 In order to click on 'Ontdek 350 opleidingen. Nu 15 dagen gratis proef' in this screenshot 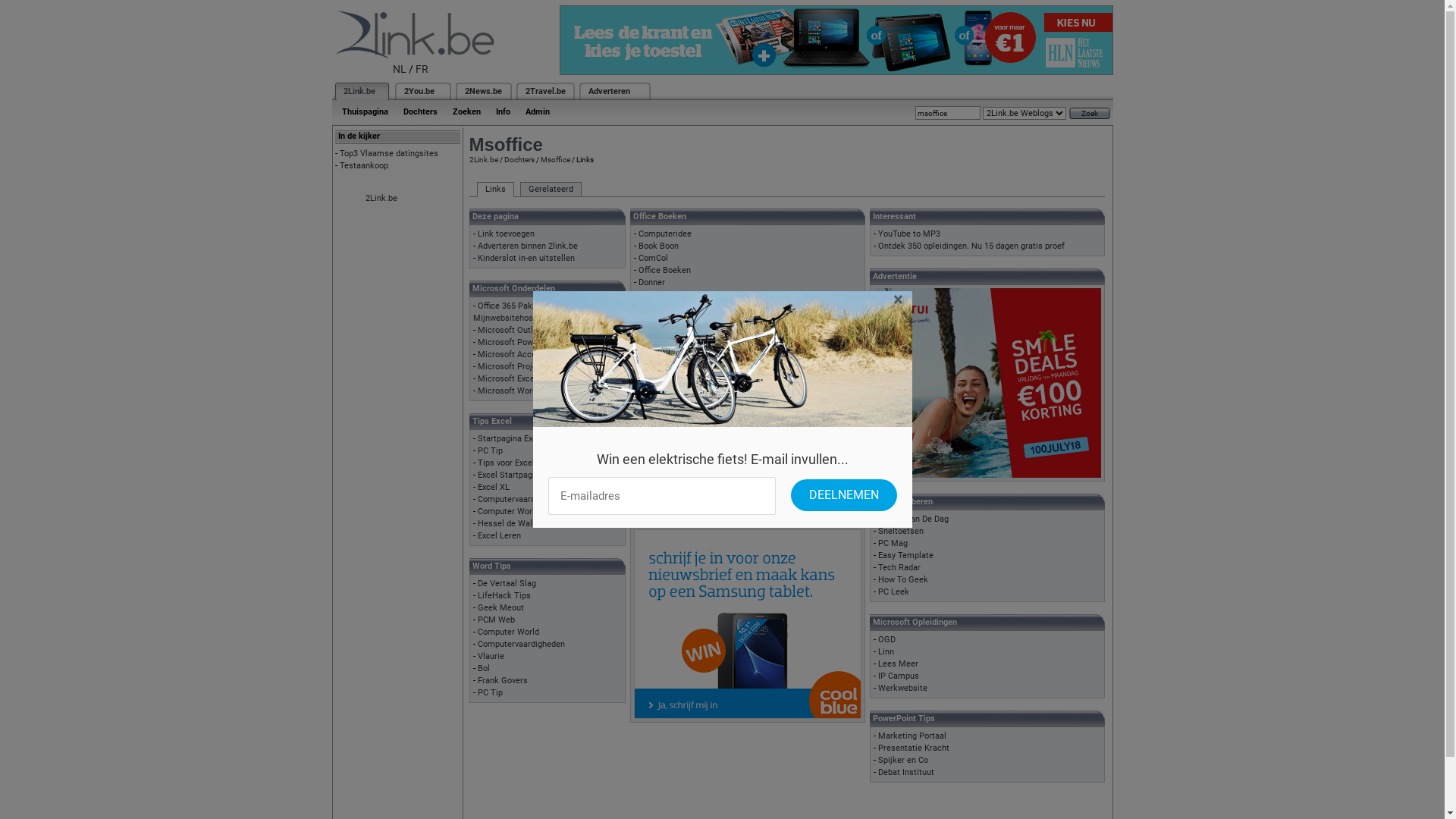, I will do `click(971, 245)`.